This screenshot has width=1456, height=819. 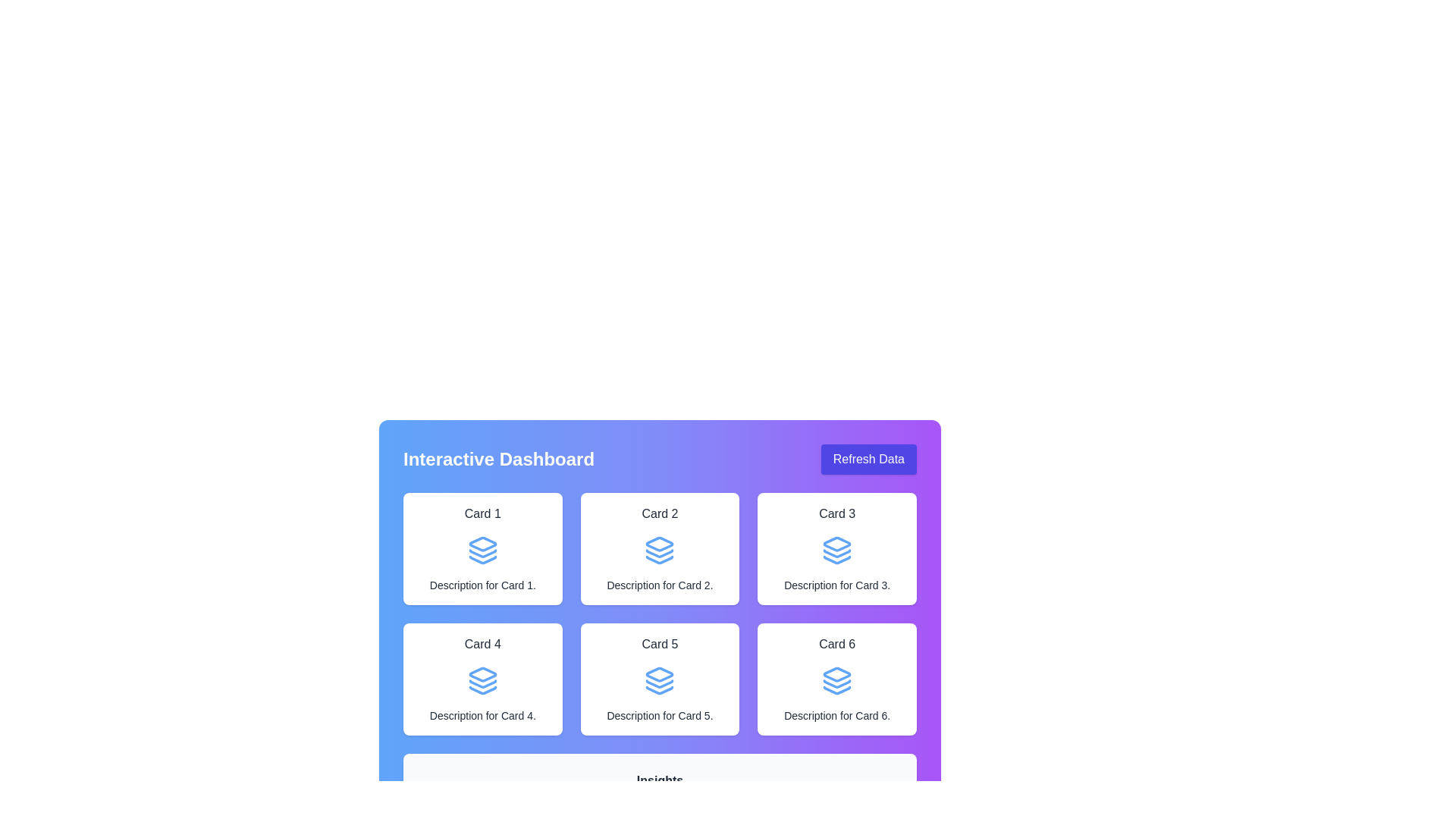 I want to click on text content of the 'Card 4' label, which is centrally aligned at the top of the fourth card in a grid layout, so click(x=482, y=644).